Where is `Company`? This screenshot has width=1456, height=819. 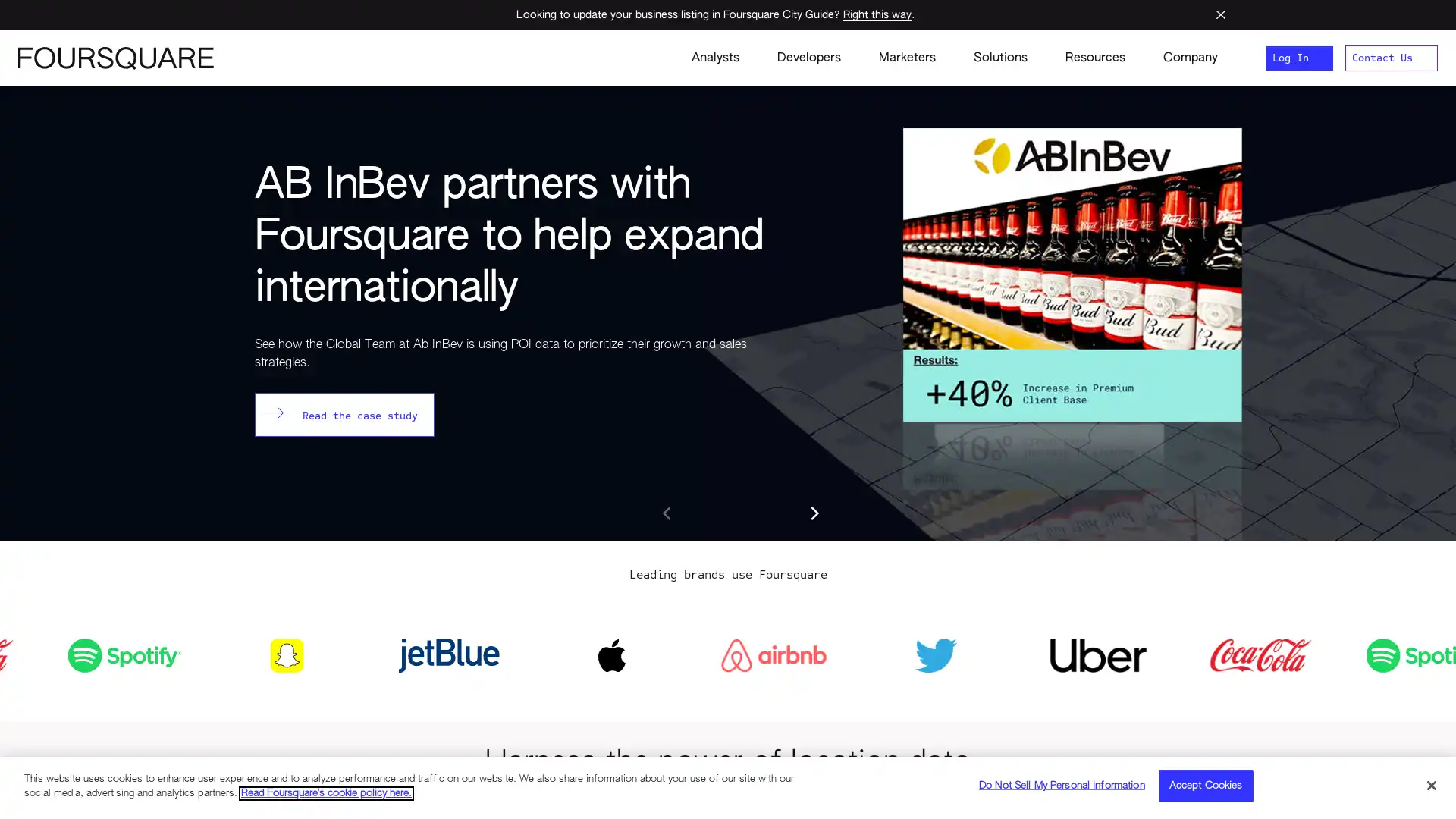
Company is located at coordinates (1180, 58).